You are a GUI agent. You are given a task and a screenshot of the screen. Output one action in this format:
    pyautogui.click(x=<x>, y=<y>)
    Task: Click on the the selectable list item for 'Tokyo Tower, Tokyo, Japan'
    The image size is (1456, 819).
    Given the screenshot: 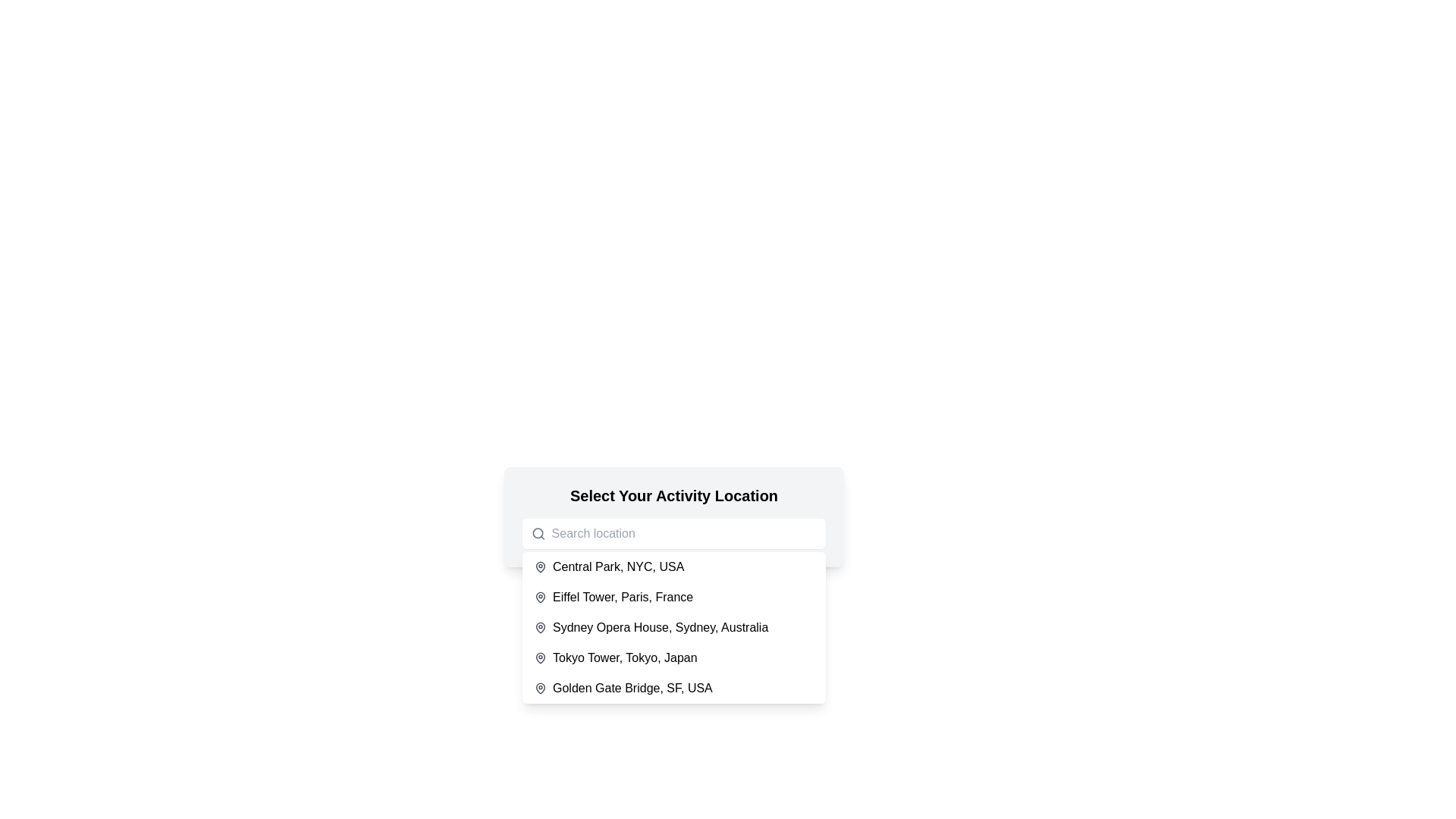 What is the action you would take?
    pyautogui.click(x=625, y=657)
    